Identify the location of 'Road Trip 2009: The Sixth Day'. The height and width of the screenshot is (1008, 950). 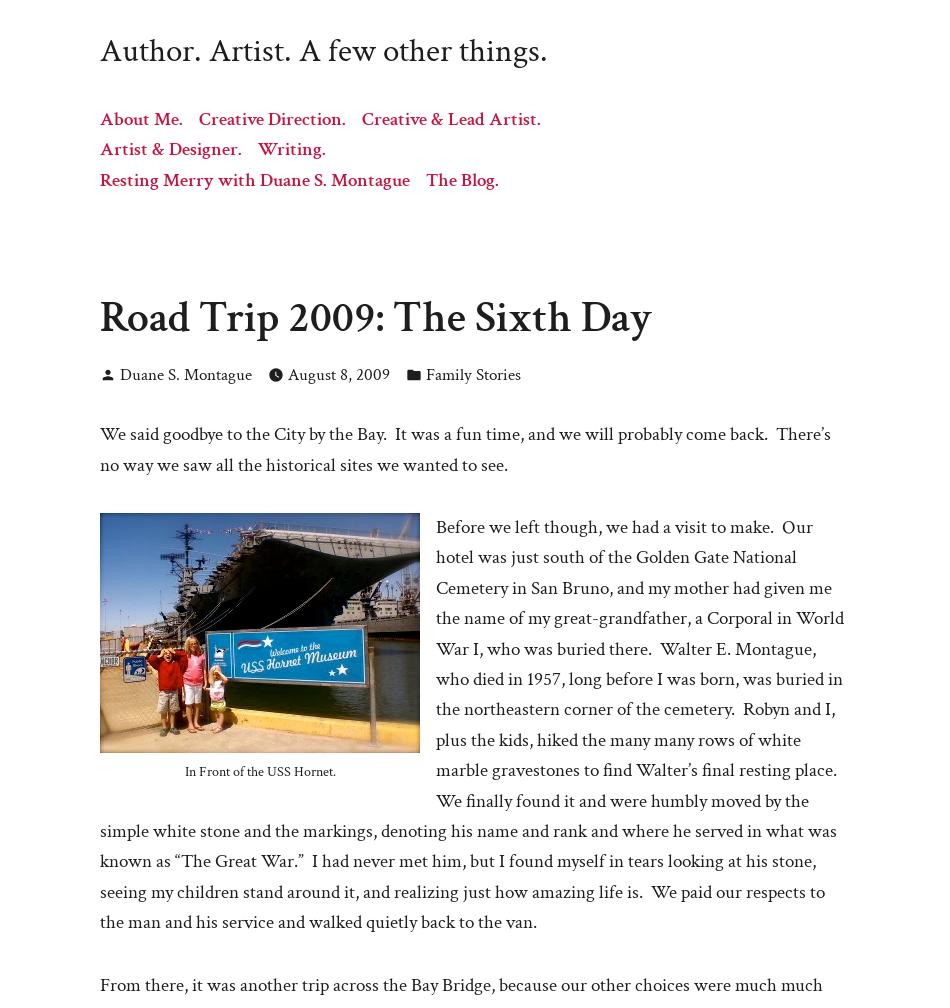
(375, 316).